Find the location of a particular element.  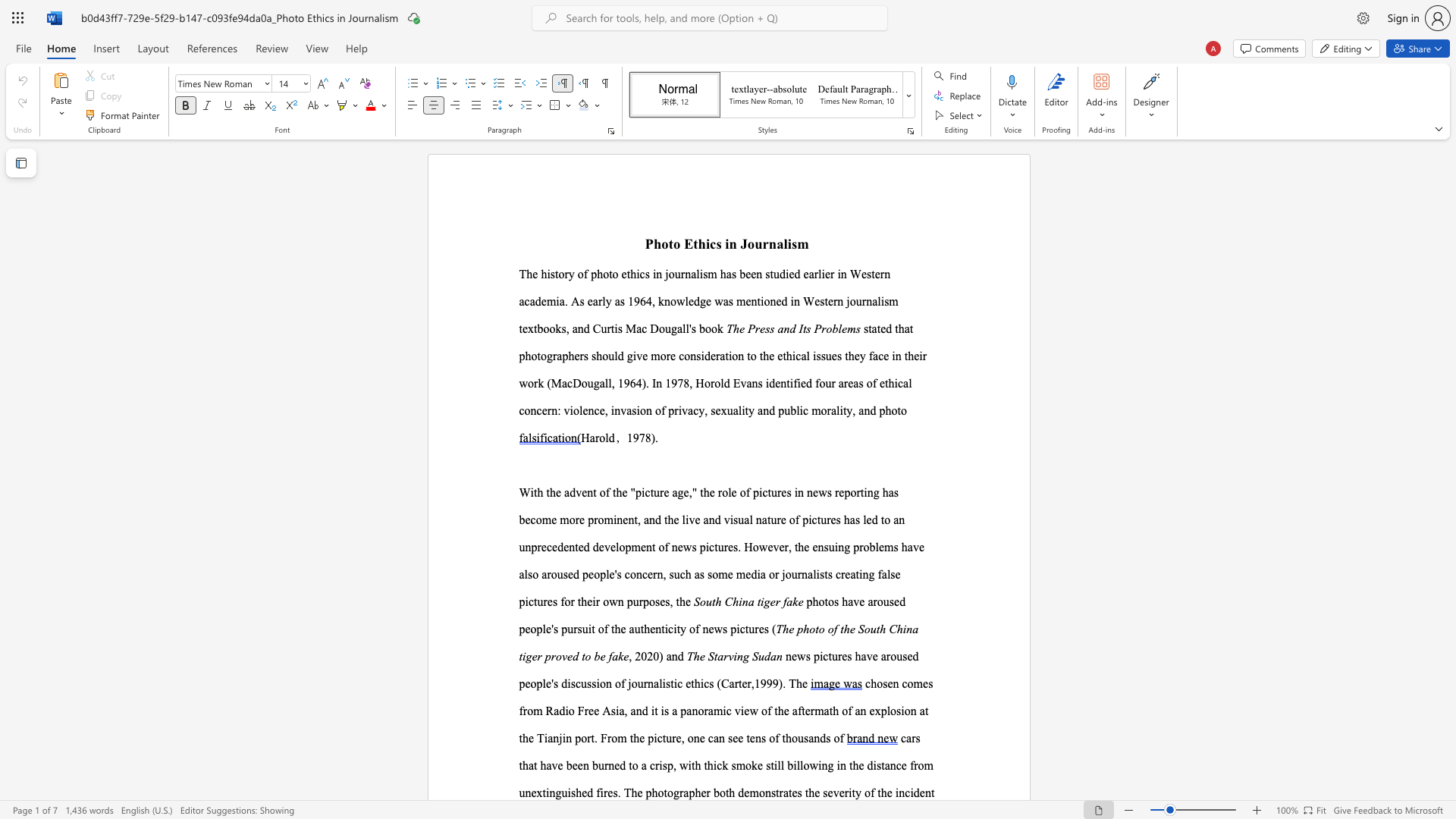

the subset text "ed people" within the text "With the advent of the" is located at coordinates (566, 574).